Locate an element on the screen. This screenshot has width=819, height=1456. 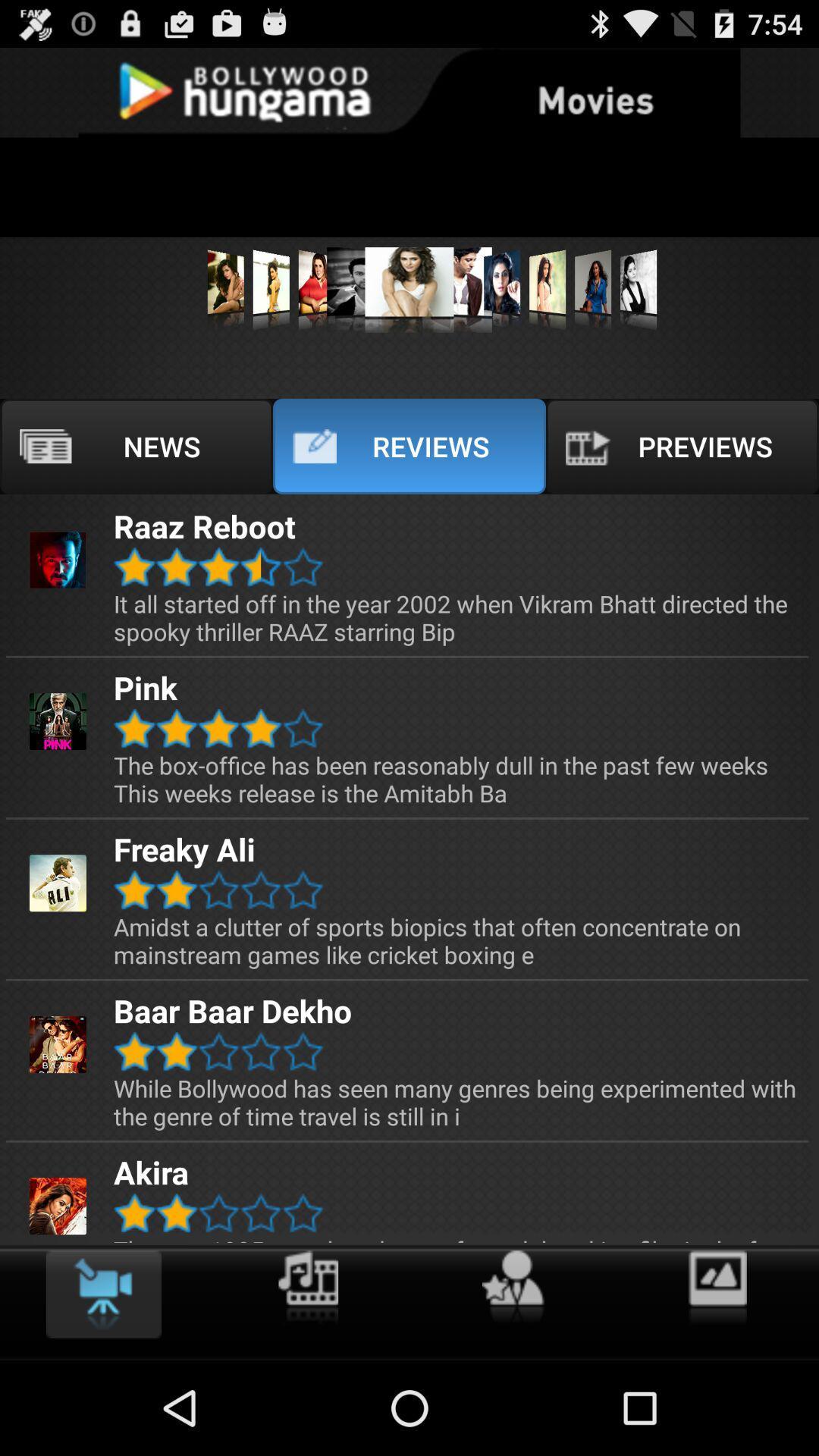
the akira profile is located at coordinates (57, 1205).